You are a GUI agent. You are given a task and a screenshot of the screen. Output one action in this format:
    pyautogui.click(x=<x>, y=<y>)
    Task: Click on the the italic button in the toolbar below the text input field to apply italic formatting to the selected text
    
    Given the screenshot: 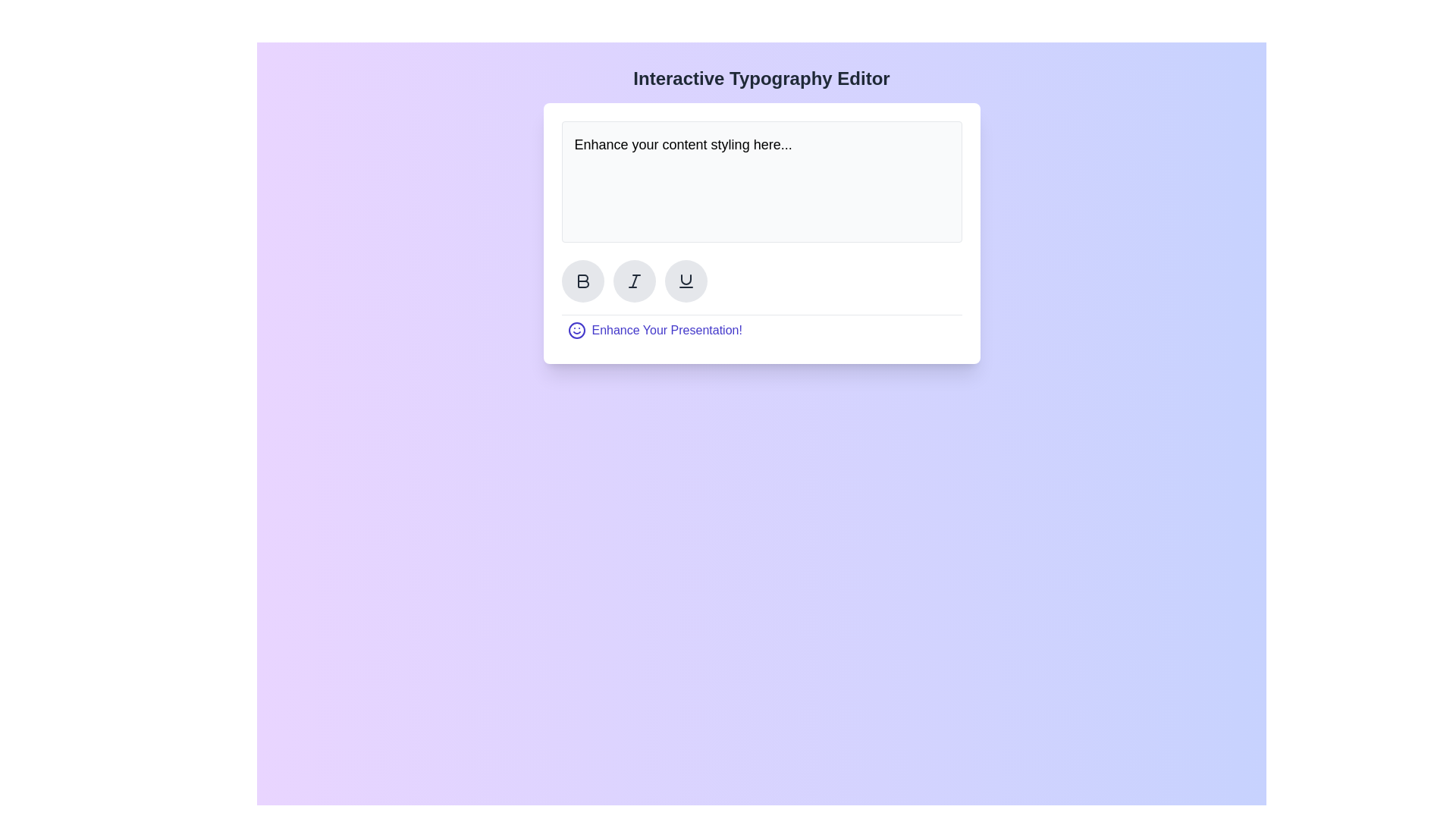 What is the action you would take?
    pyautogui.click(x=634, y=281)
    